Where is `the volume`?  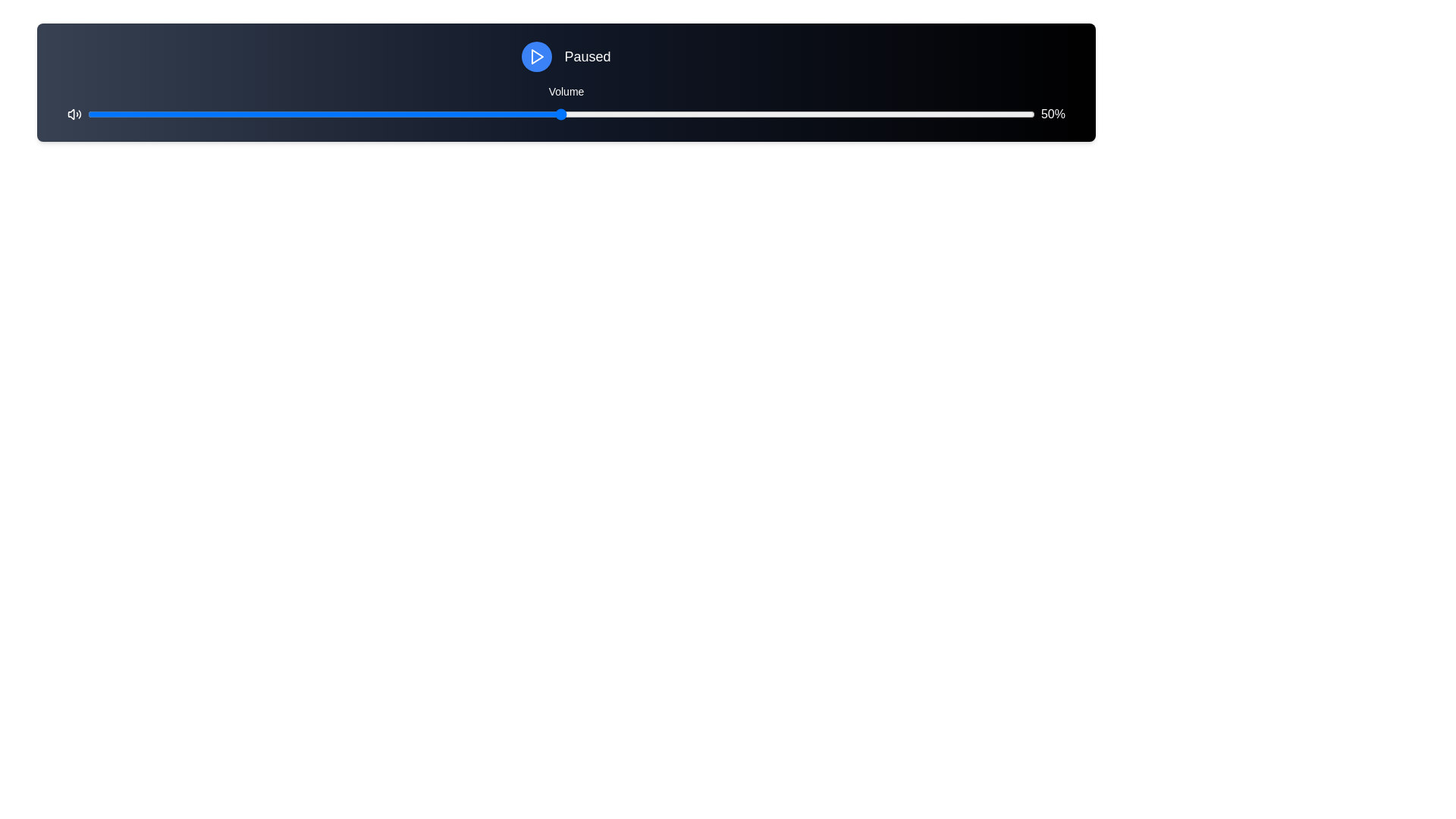 the volume is located at coordinates (409, 113).